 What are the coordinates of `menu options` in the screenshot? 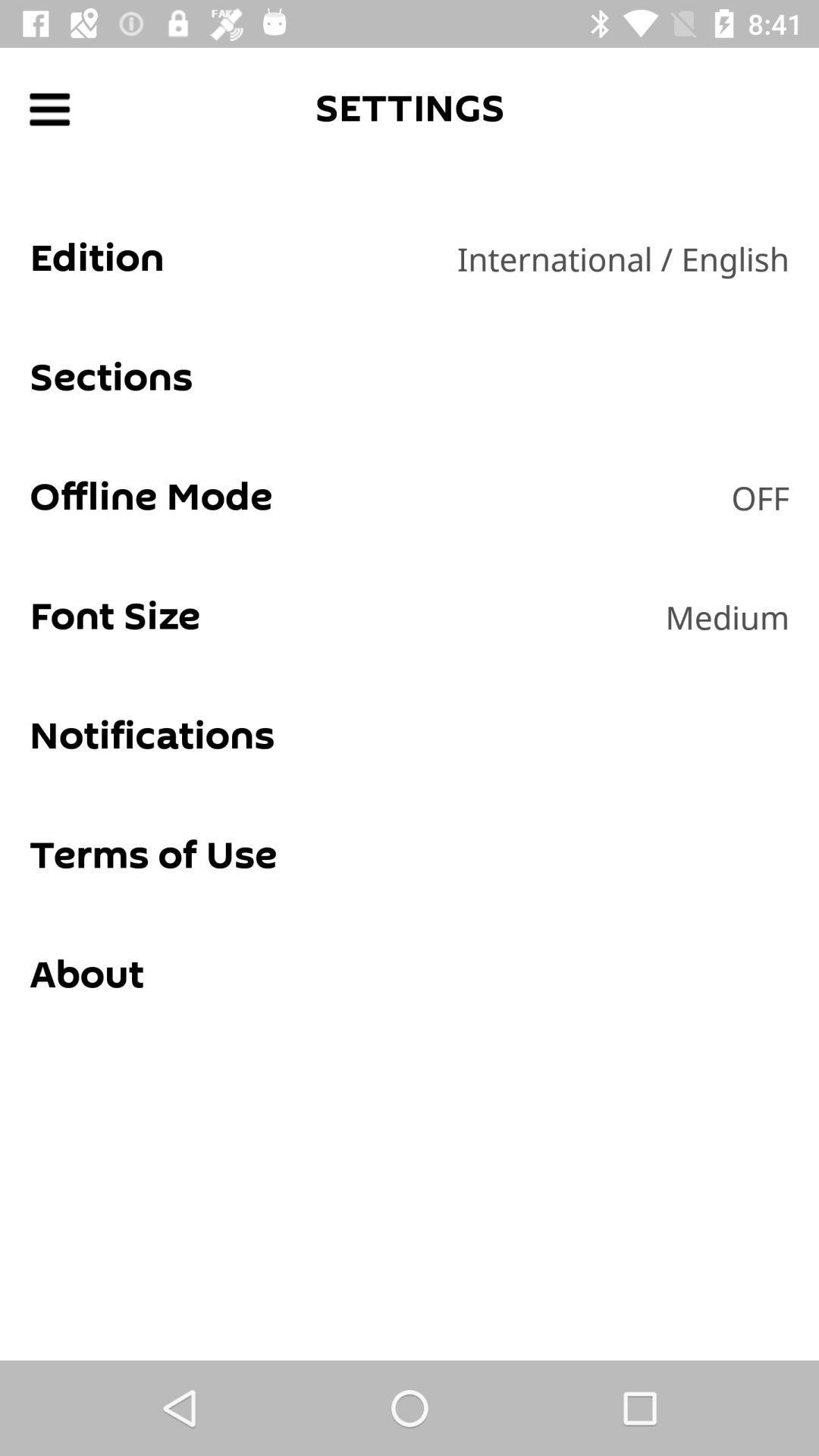 It's located at (49, 108).